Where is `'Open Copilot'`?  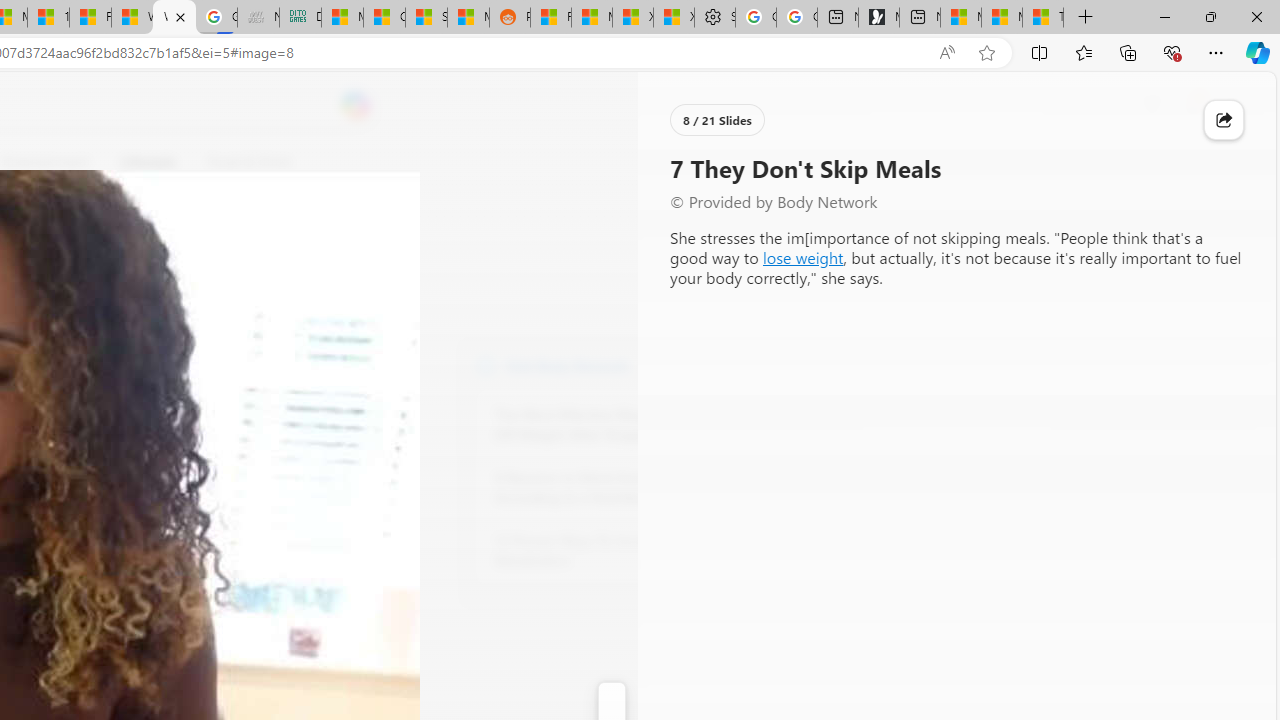 'Open Copilot' is located at coordinates (355, 105).